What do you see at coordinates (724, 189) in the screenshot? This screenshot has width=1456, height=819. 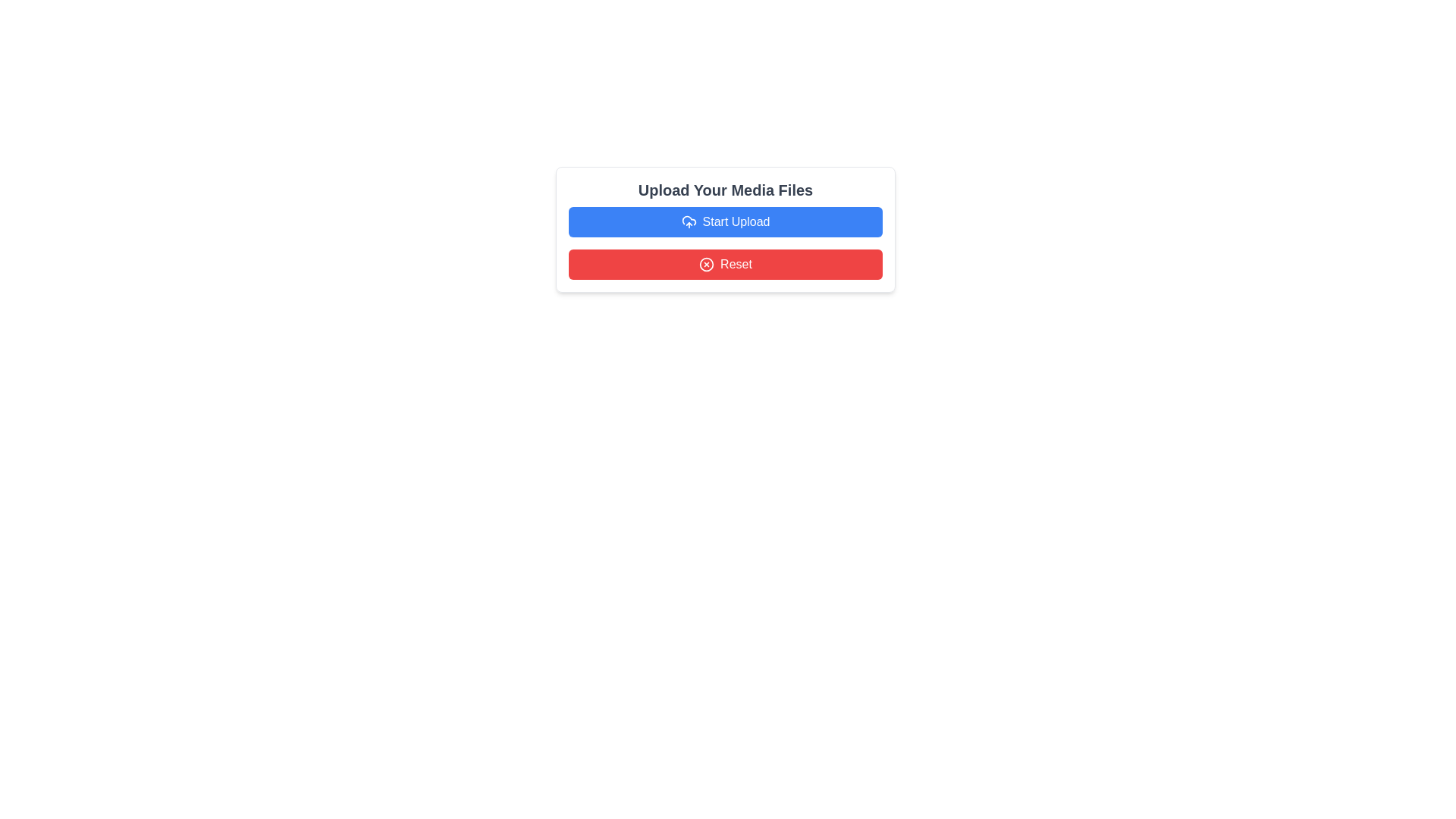 I see `the static text heading element that reads 'Upload Your Media Files', which is presented in bold dark gray font at the top of the media upload section` at bounding box center [724, 189].